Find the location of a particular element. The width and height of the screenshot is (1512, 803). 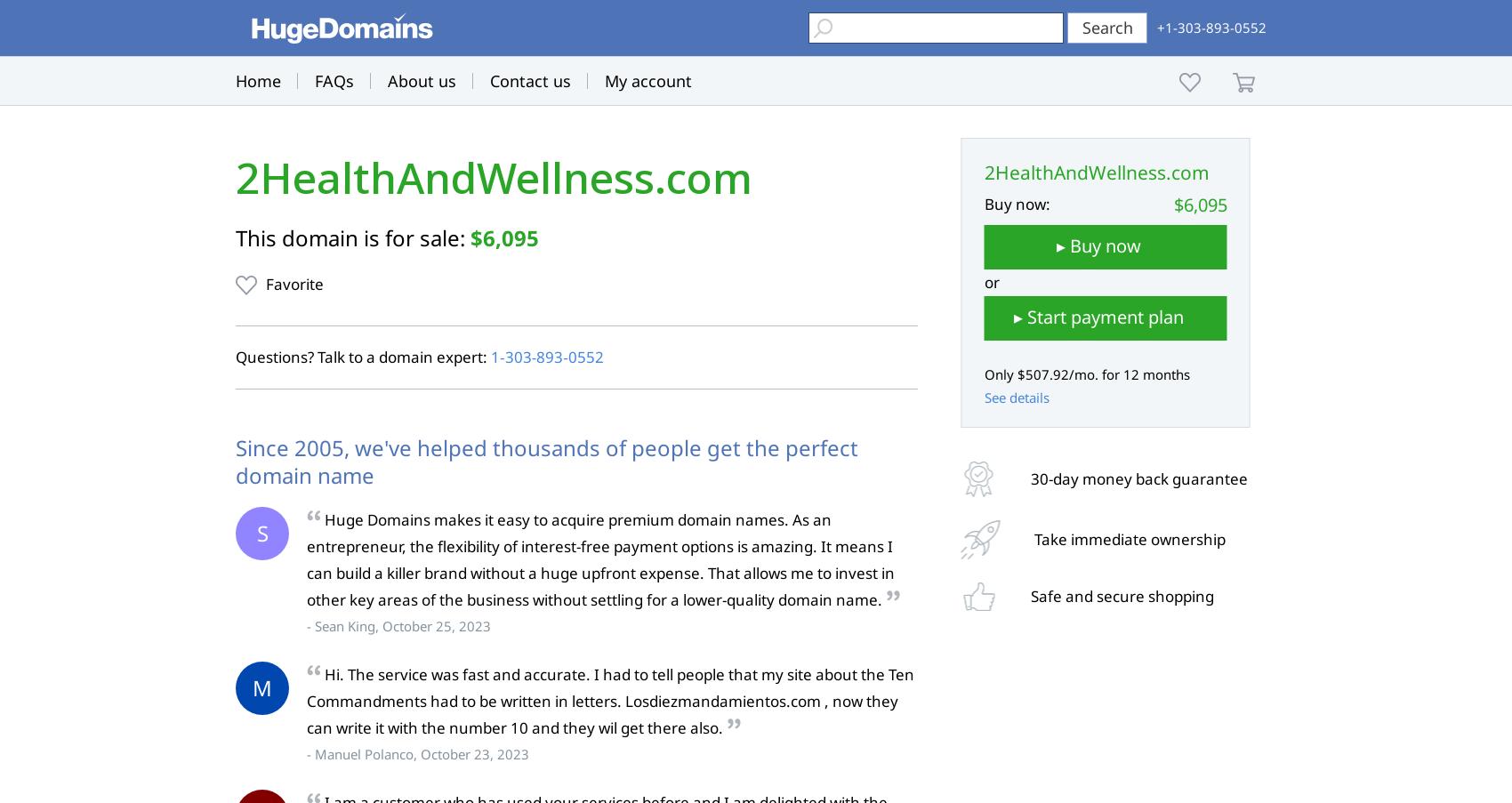

'- Manuel Polanco, October 23, 2023' is located at coordinates (418, 754).